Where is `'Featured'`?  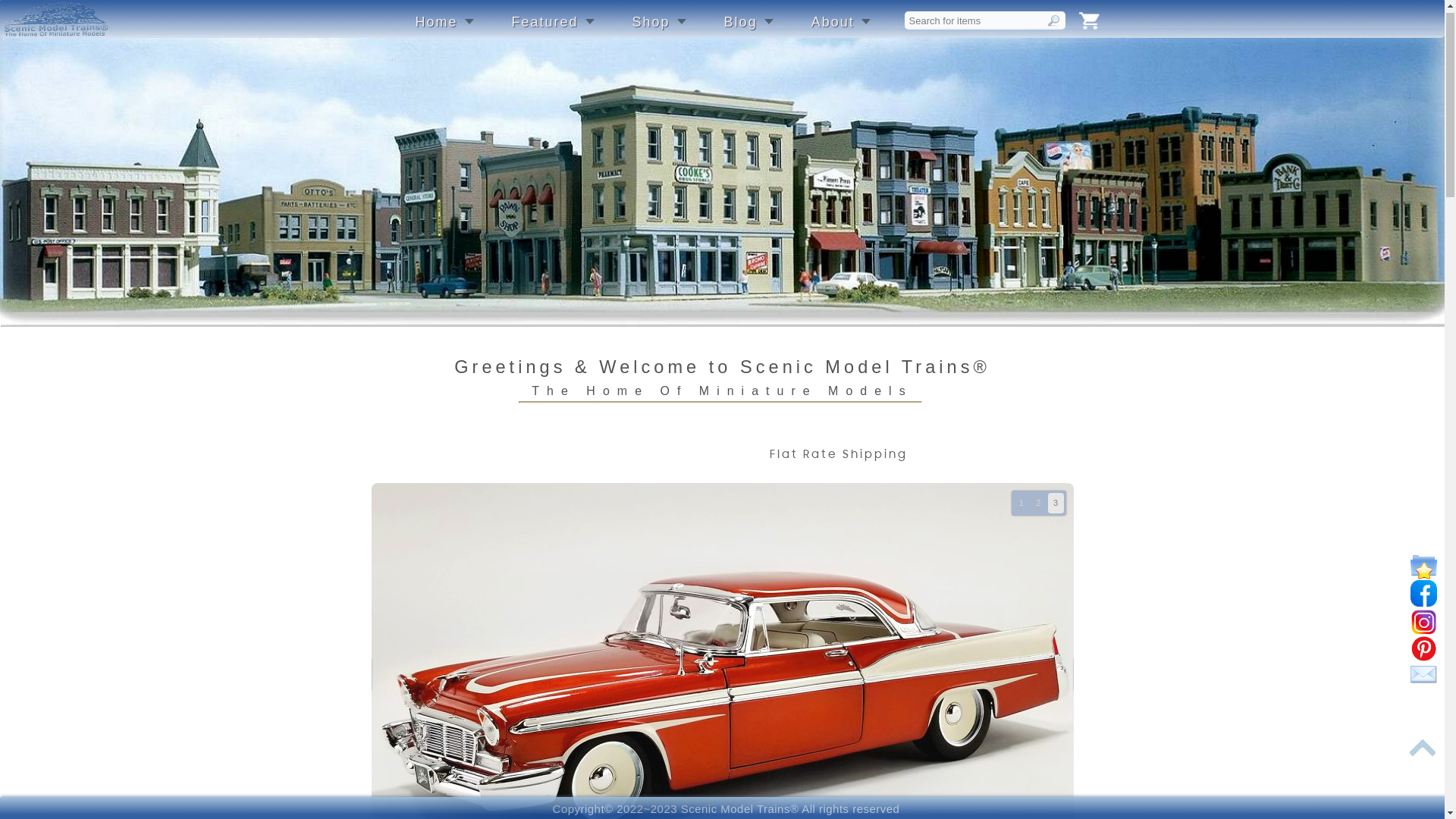 'Featured' is located at coordinates (552, 30).